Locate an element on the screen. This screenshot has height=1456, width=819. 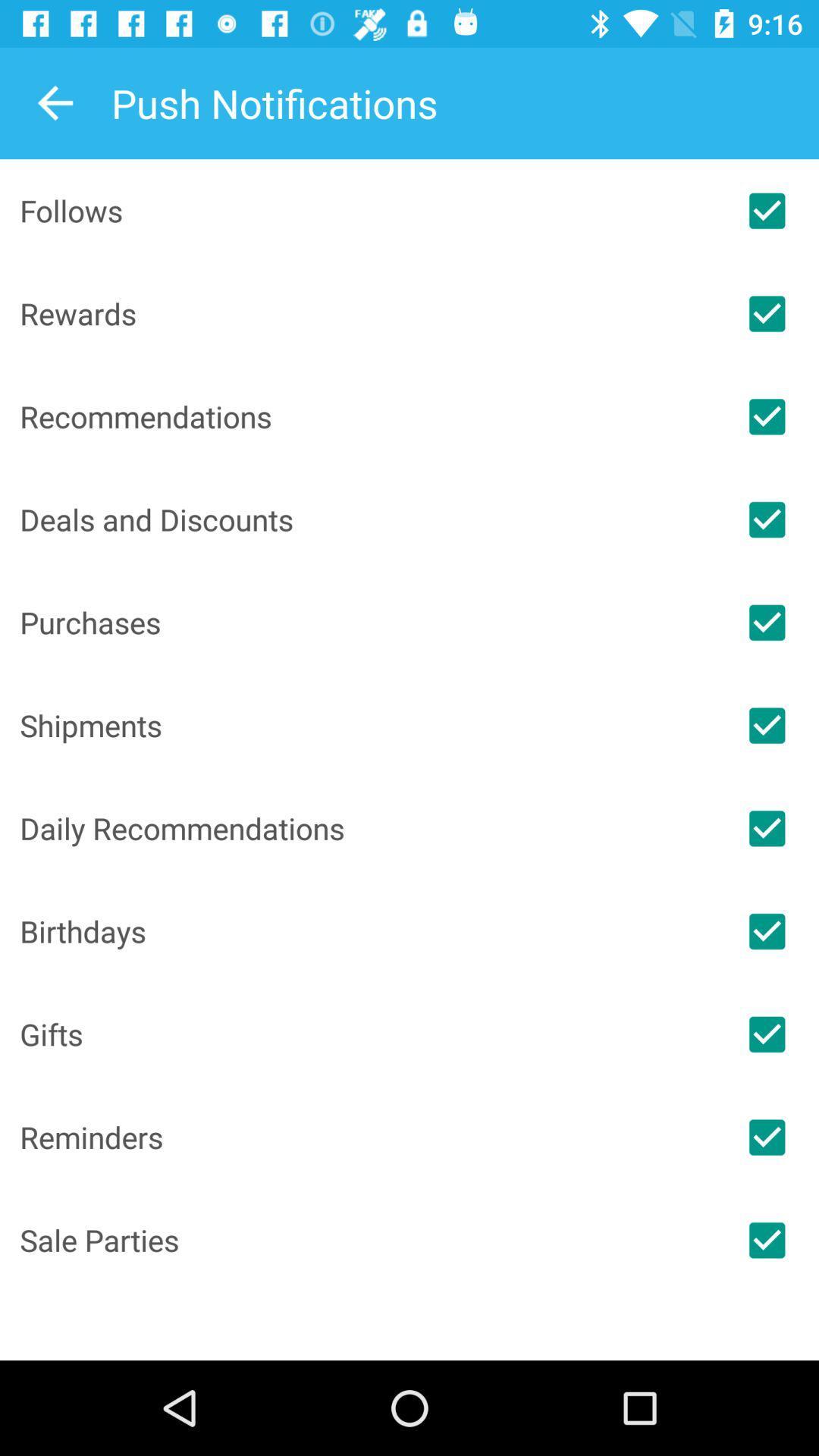
the deals and discounts item is located at coordinates (367, 519).